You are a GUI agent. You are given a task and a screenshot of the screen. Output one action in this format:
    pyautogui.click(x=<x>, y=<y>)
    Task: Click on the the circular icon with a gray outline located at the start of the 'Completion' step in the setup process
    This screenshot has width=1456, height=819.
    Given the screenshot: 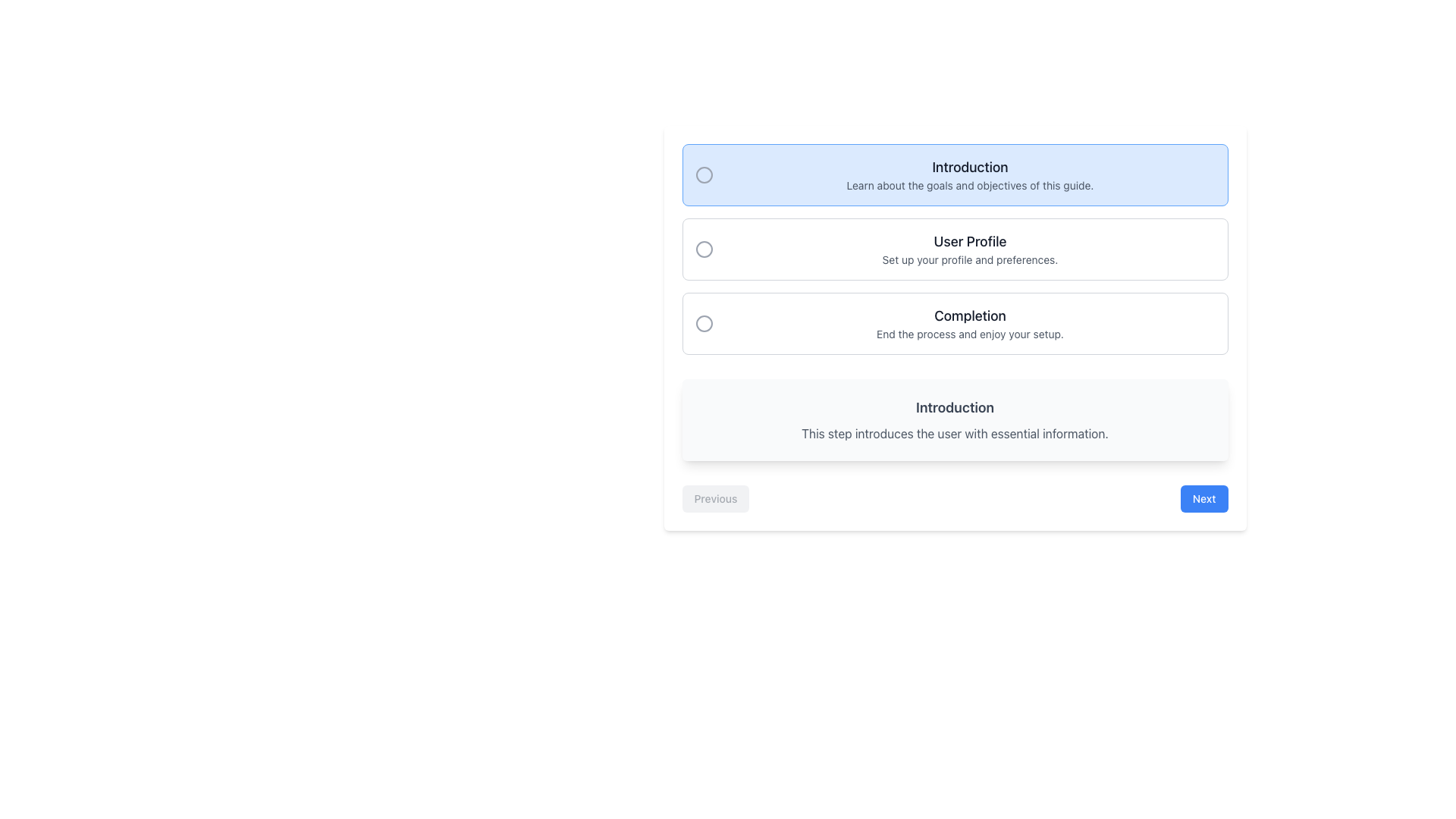 What is the action you would take?
    pyautogui.click(x=703, y=323)
    